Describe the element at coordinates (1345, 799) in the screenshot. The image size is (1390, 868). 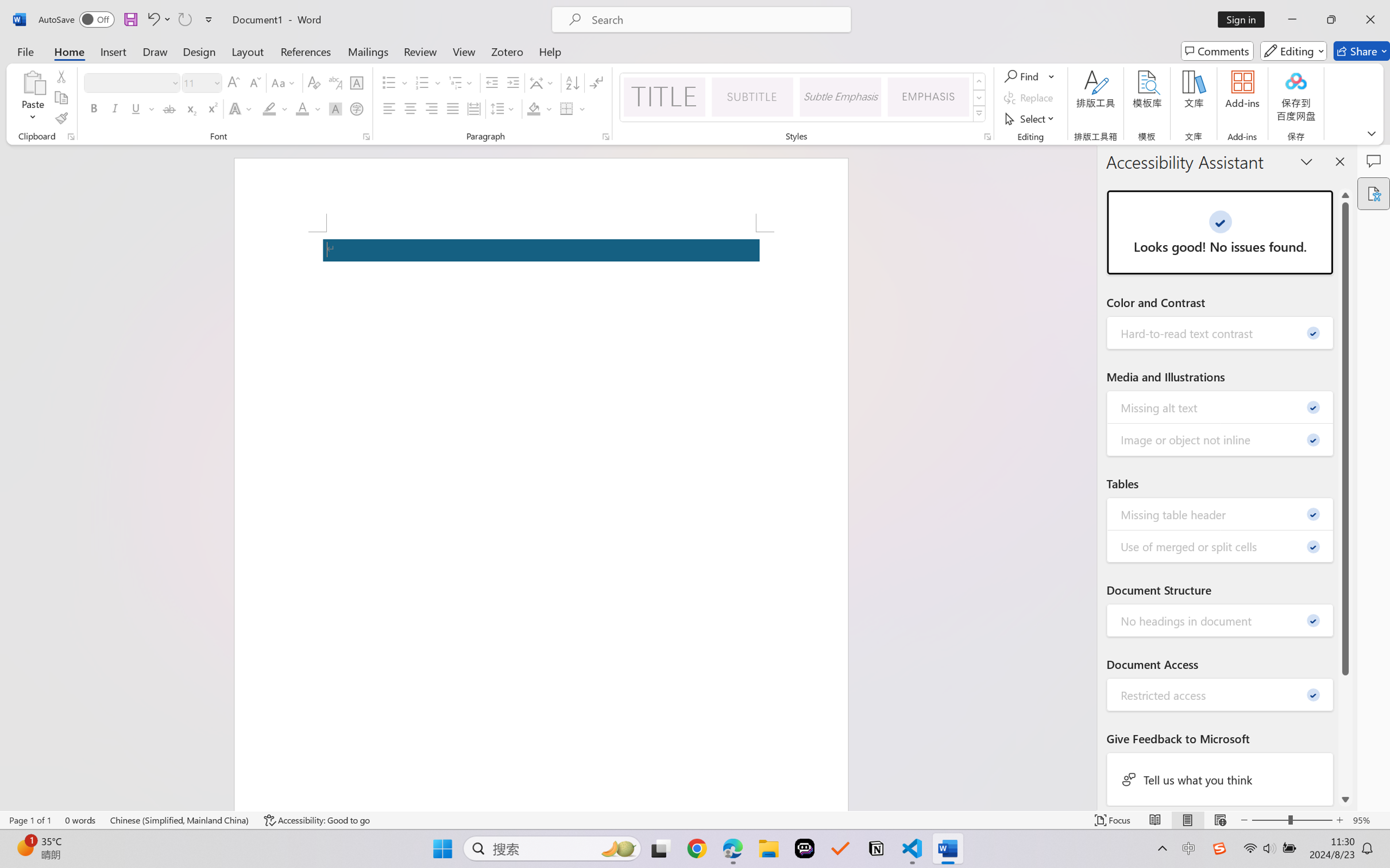
I see `'Line down'` at that location.